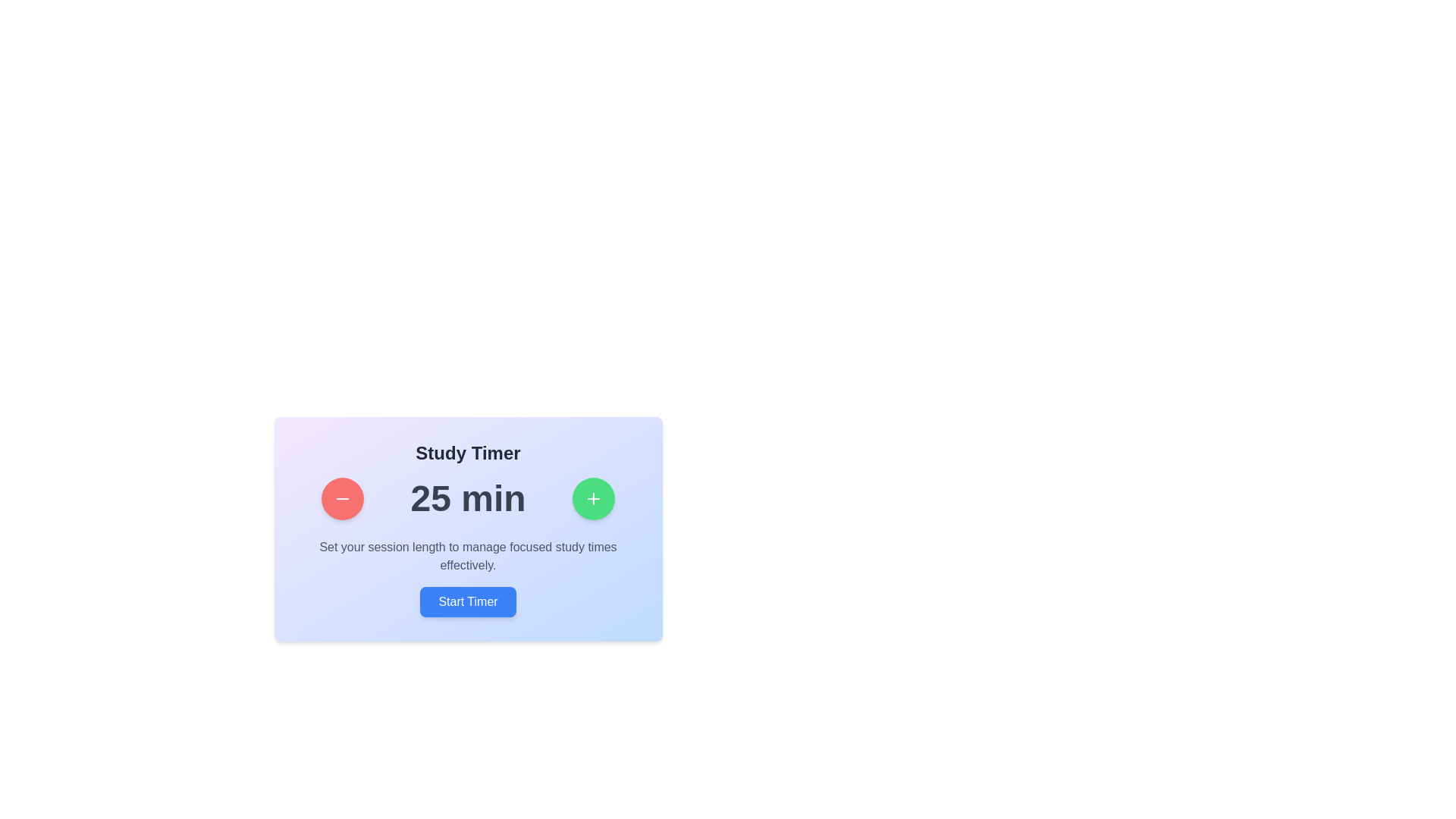  Describe the element at coordinates (467, 499) in the screenshot. I see `the text label displaying '25 min' that is centrally positioned between the red minus button and the green plus button` at that location.